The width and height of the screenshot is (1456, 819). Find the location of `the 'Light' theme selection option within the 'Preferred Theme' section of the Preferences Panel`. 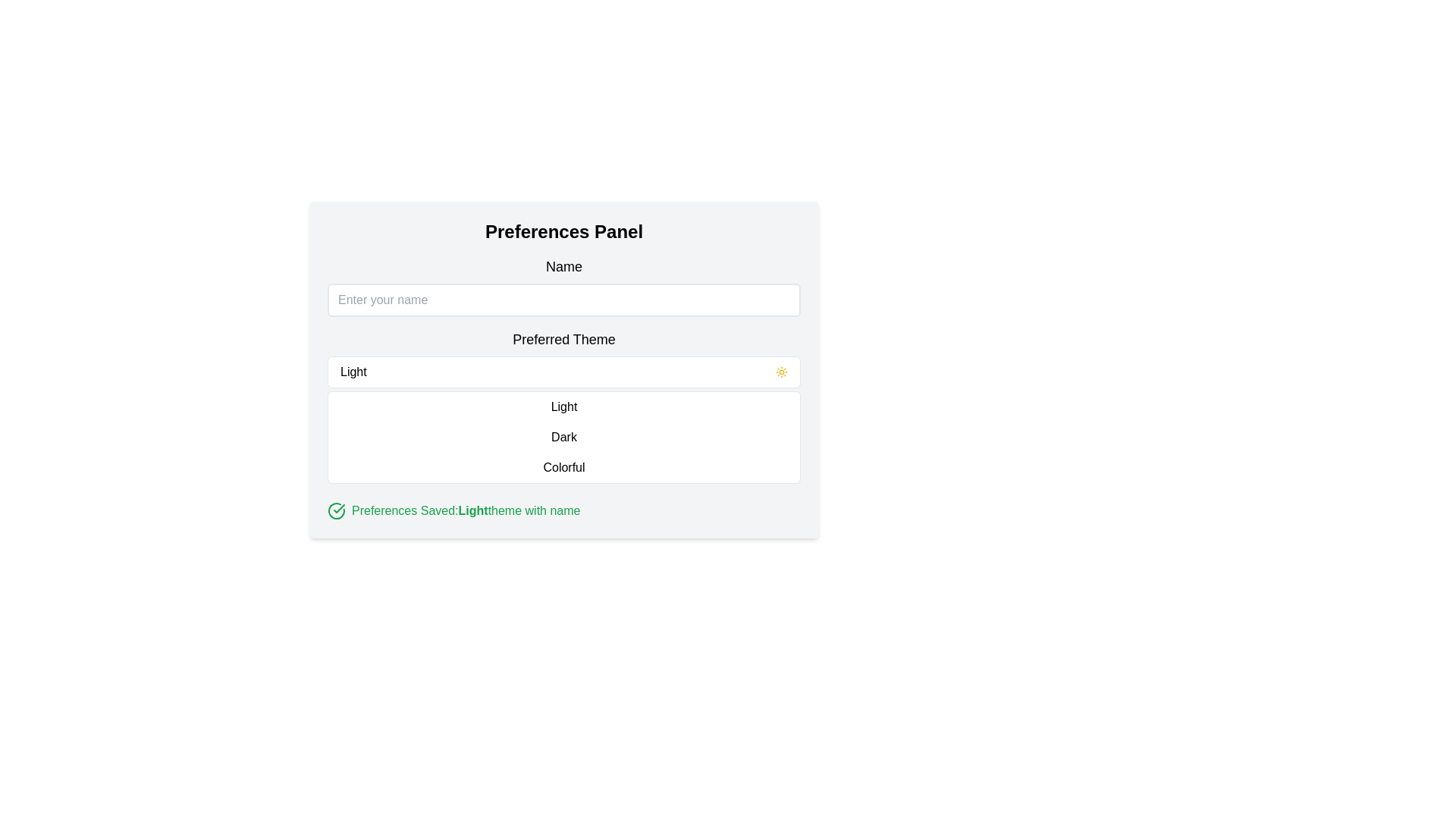

the 'Light' theme selection option within the 'Preferred Theme' section of the Preferences Panel is located at coordinates (563, 372).